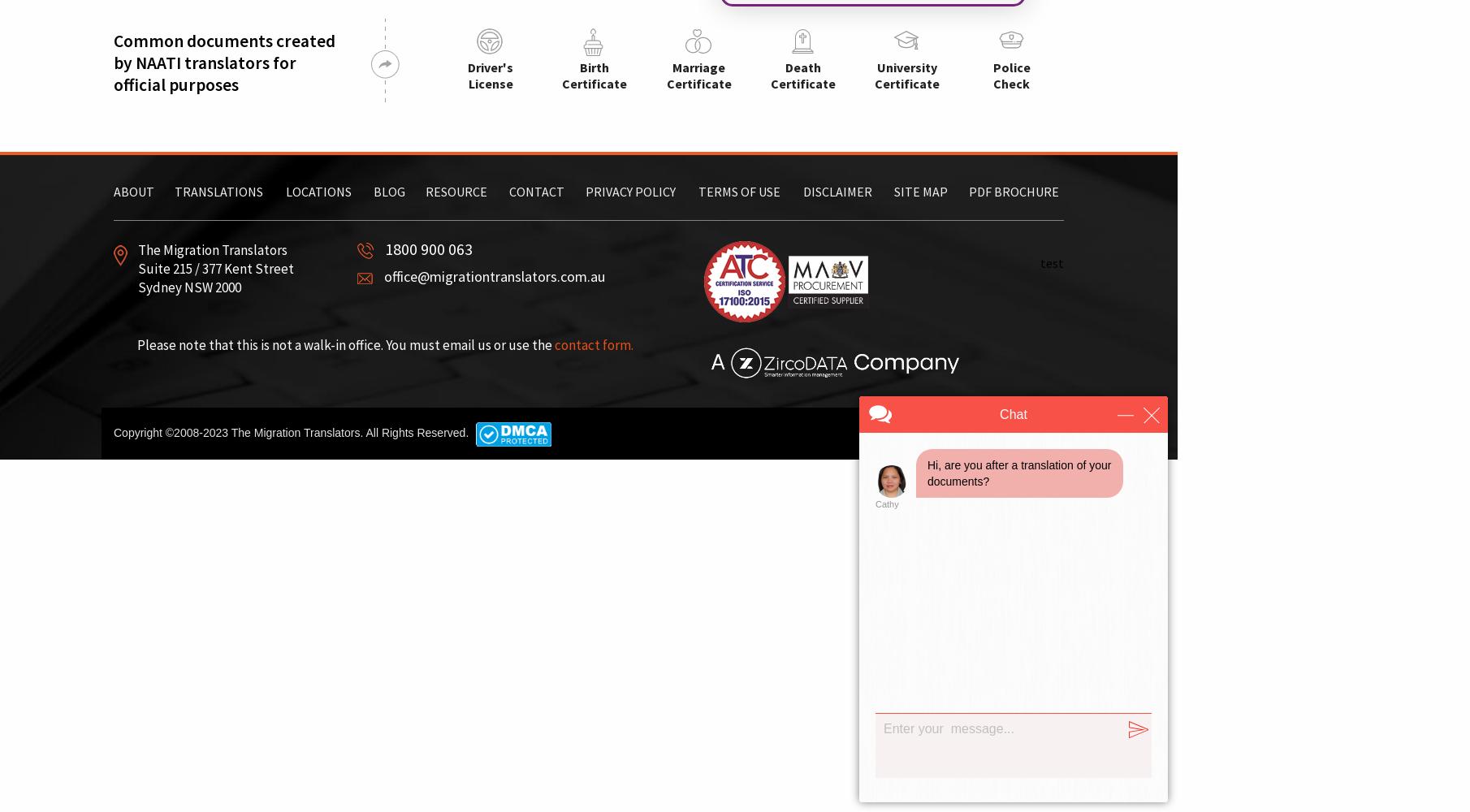 Image resolution: width=1470 pixels, height=812 pixels. Describe the element at coordinates (189, 287) in the screenshot. I see `'Sydney NSW 2000'` at that location.